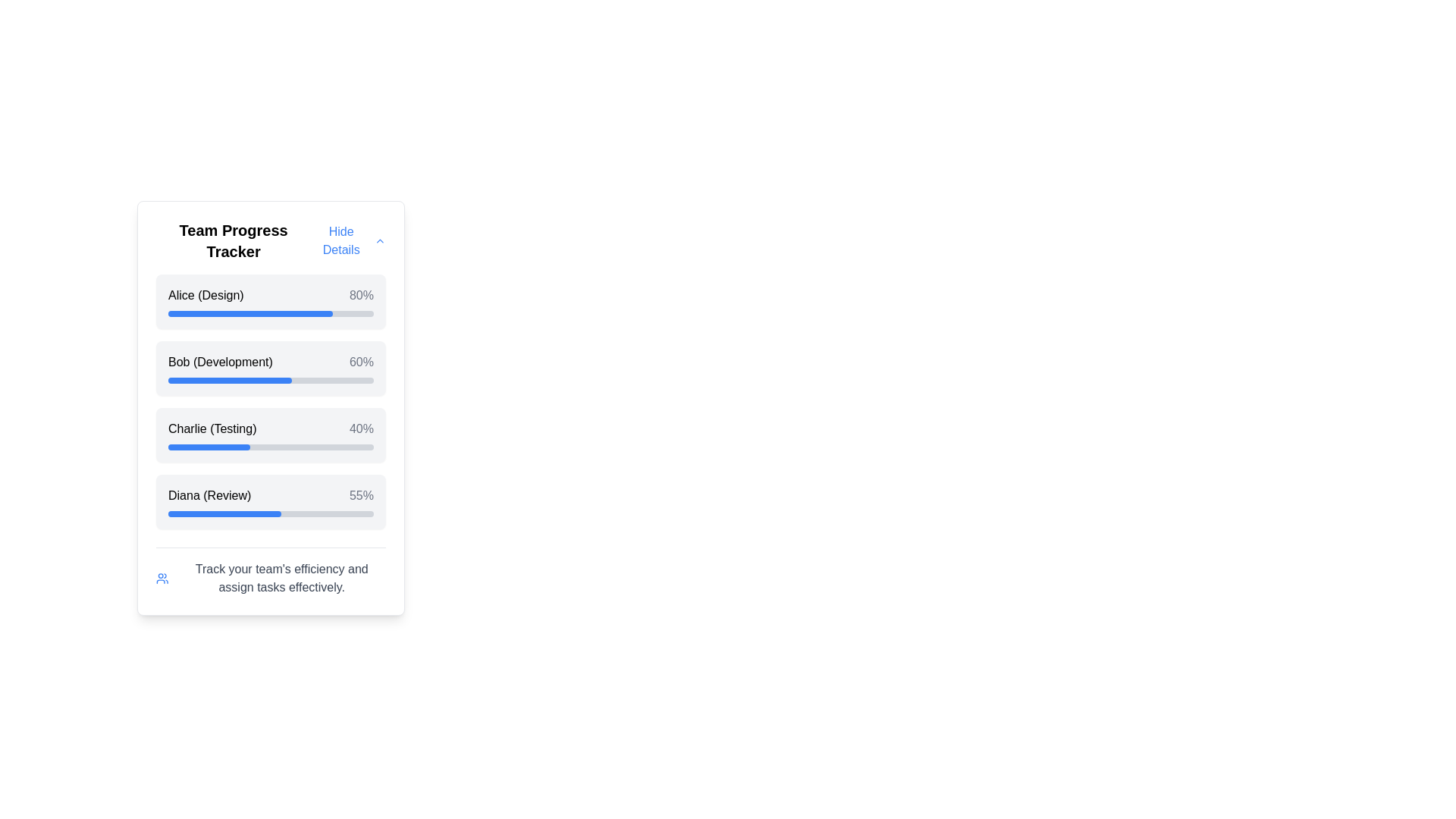 The width and height of the screenshot is (1456, 819). What do you see at coordinates (271, 379) in the screenshot?
I see `the progress bar representing 60% completion for 'Bob (Development)', located beneath the text '60%' and above the next progress bar in a vertical list` at bounding box center [271, 379].